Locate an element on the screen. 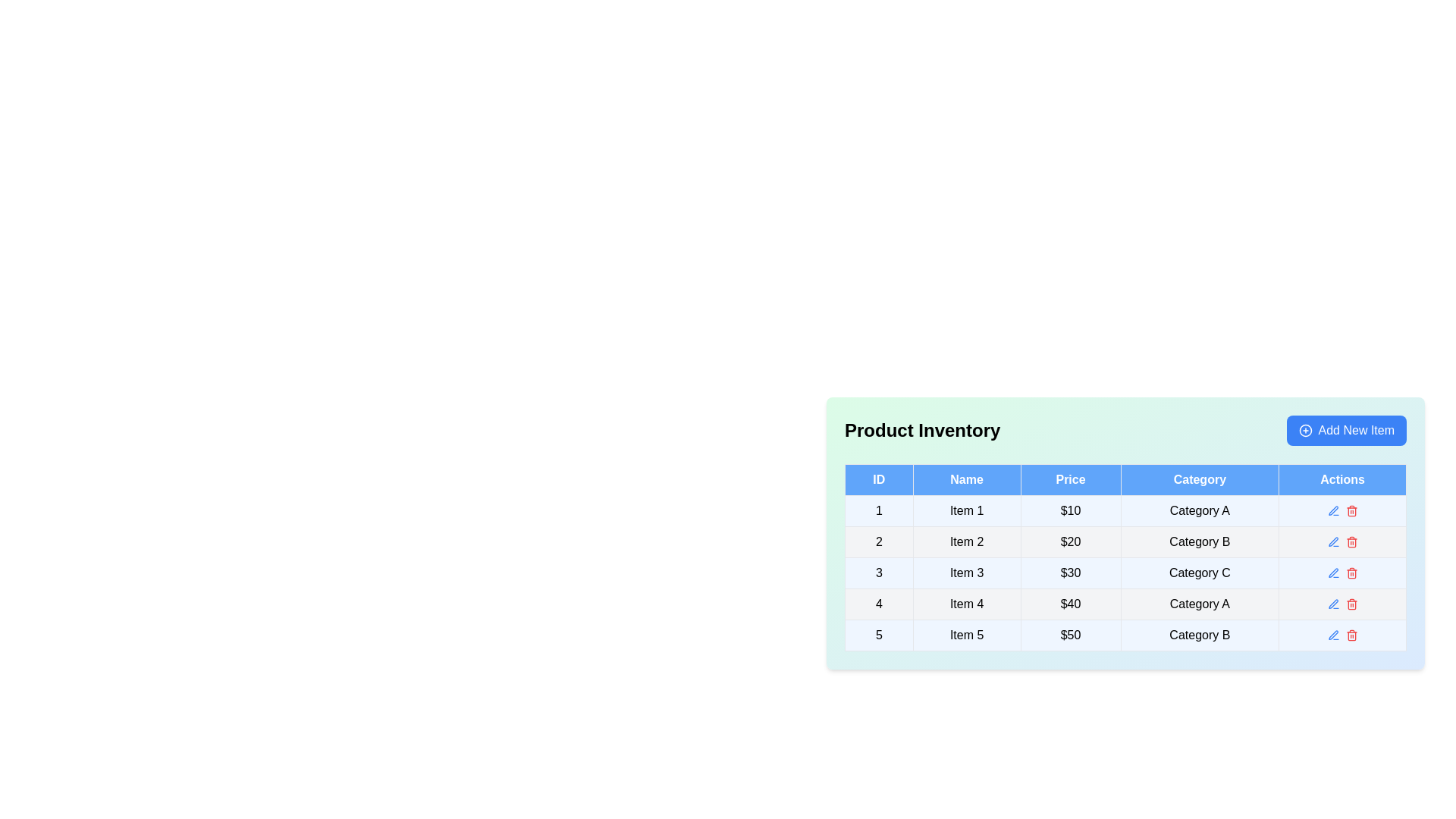 This screenshot has width=1456, height=819. the table cell in the fourth row under the 'Name' column that displays the item name in the inventory table is located at coordinates (966, 604).